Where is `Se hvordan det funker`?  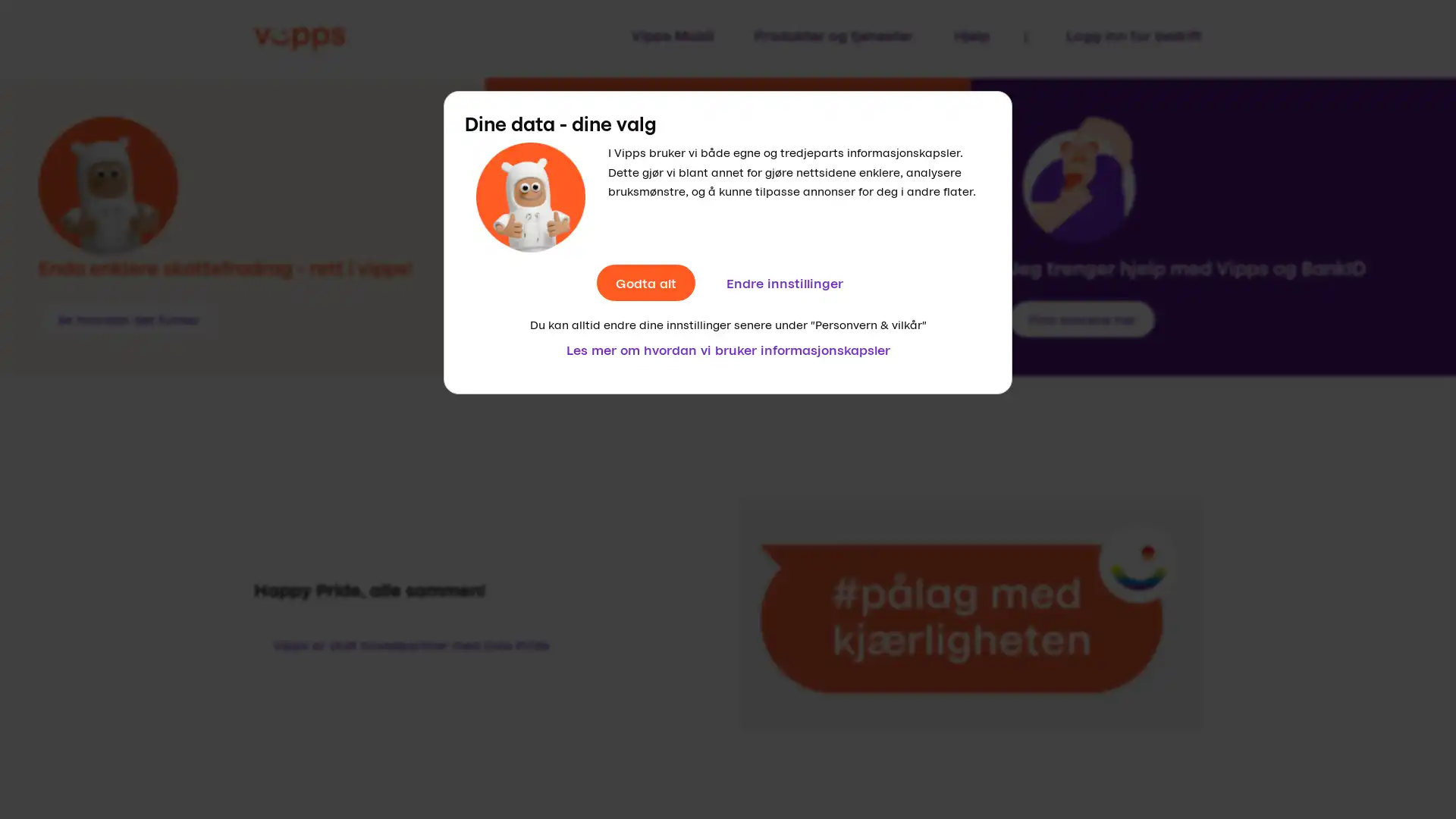 Se hvordan det funker is located at coordinates (128, 318).